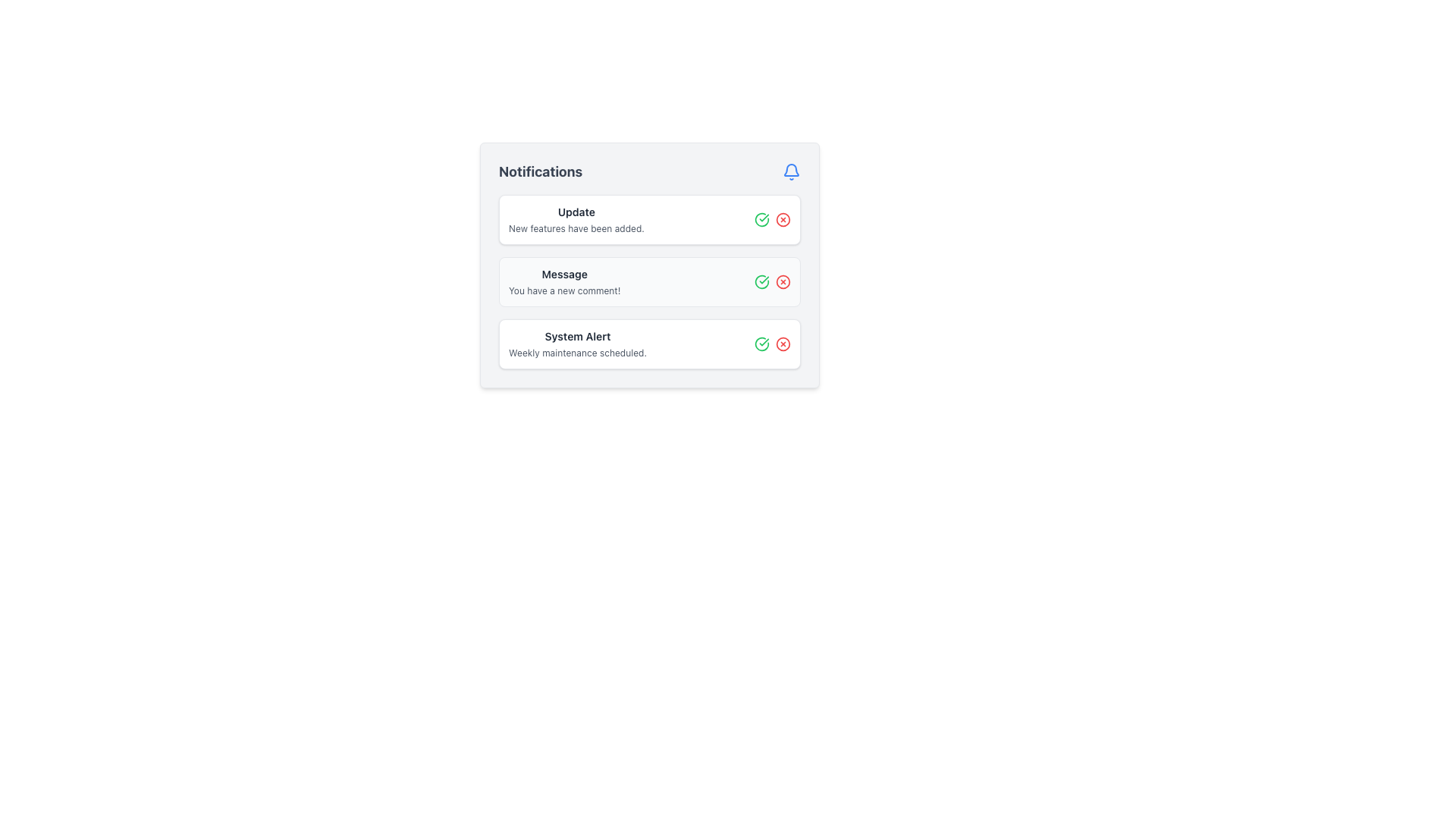  What do you see at coordinates (790, 170) in the screenshot?
I see `the lower semi-circular portion of the bell icon located at the top-right corner of the notification panel, which indicates an active alert or notification` at bounding box center [790, 170].